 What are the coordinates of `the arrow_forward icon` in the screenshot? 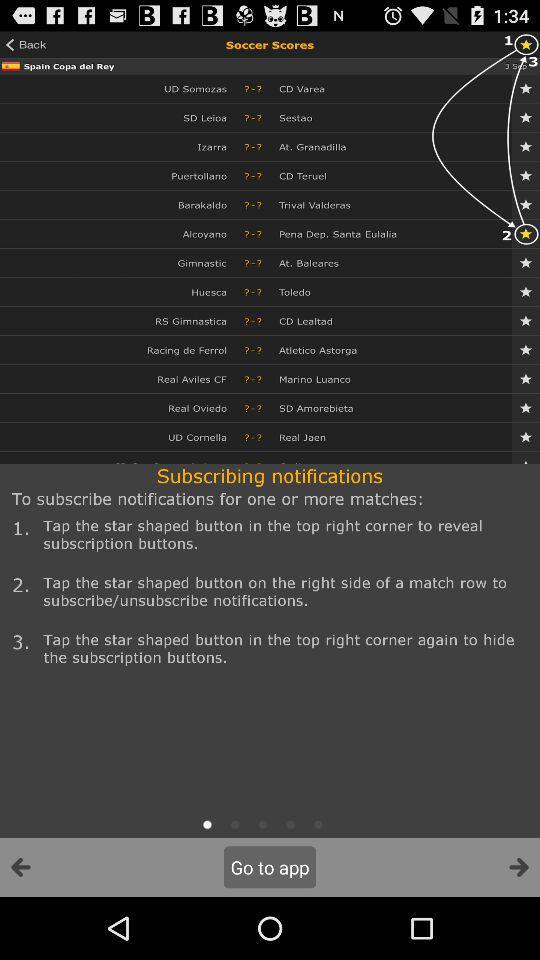 It's located at (518, 928).